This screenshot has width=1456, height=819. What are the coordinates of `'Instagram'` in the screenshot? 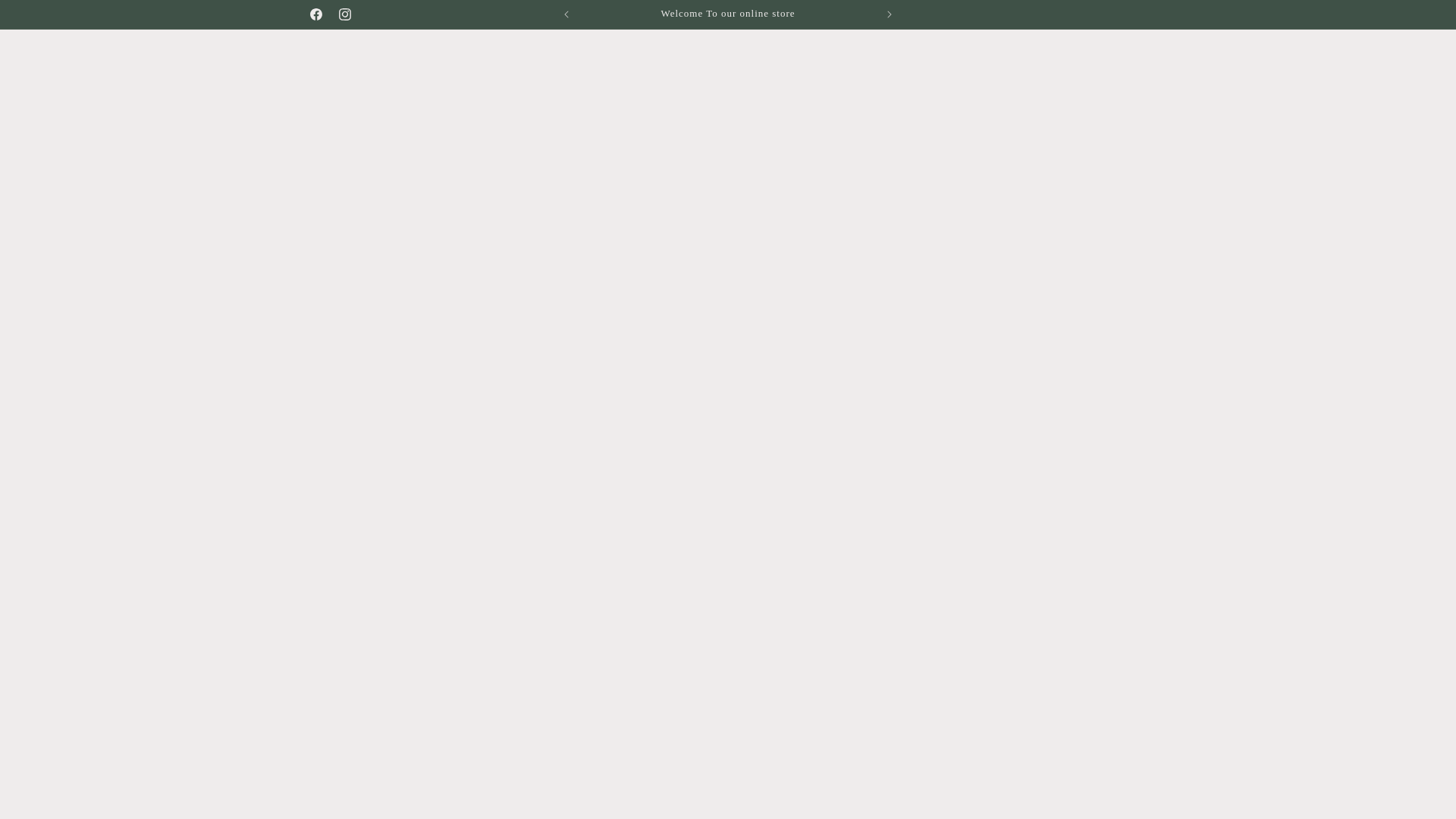 It's located at (344, 14).